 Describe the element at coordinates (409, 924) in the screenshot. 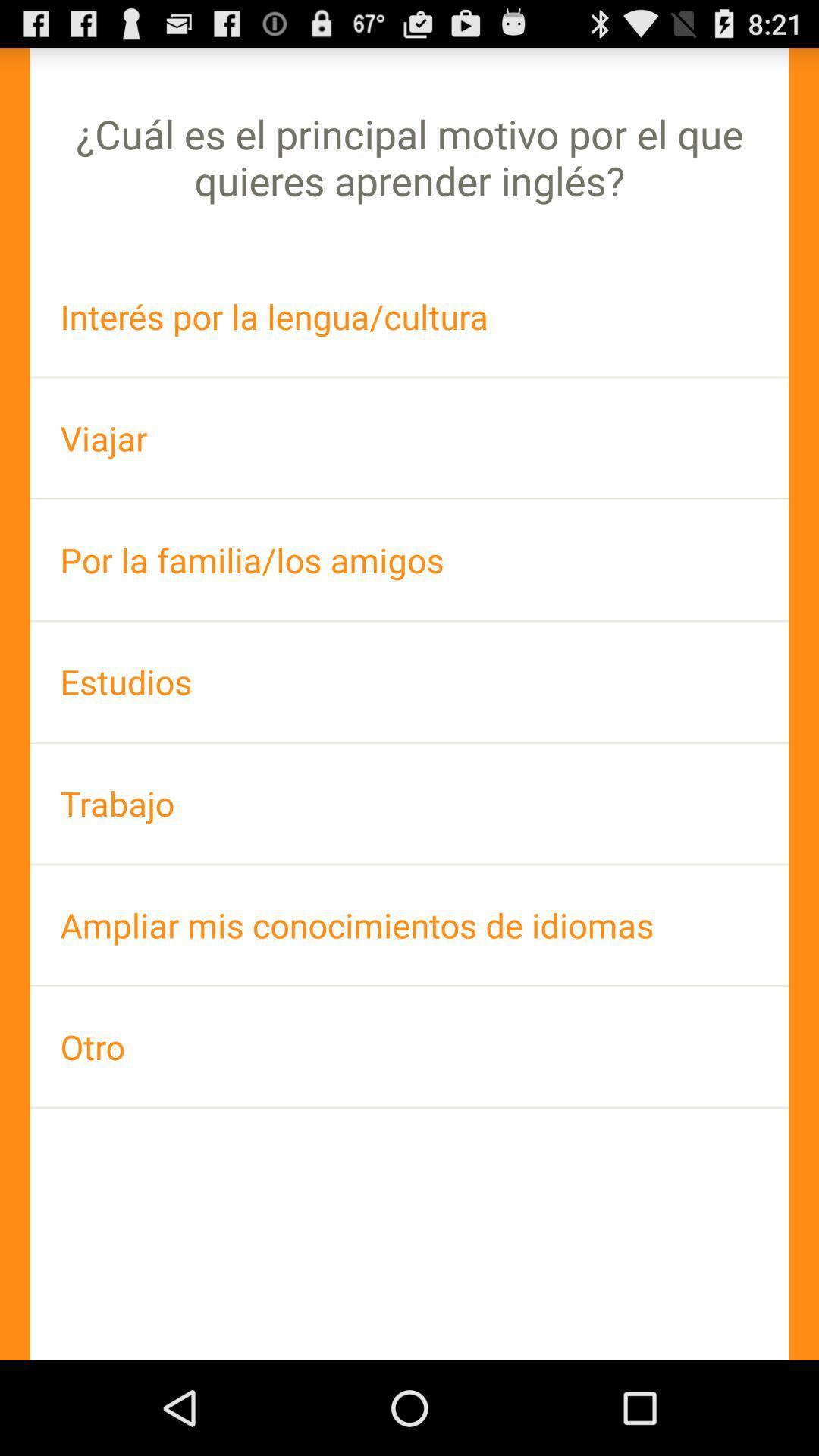

I see `the ampliar mis conocimientos` at that location.